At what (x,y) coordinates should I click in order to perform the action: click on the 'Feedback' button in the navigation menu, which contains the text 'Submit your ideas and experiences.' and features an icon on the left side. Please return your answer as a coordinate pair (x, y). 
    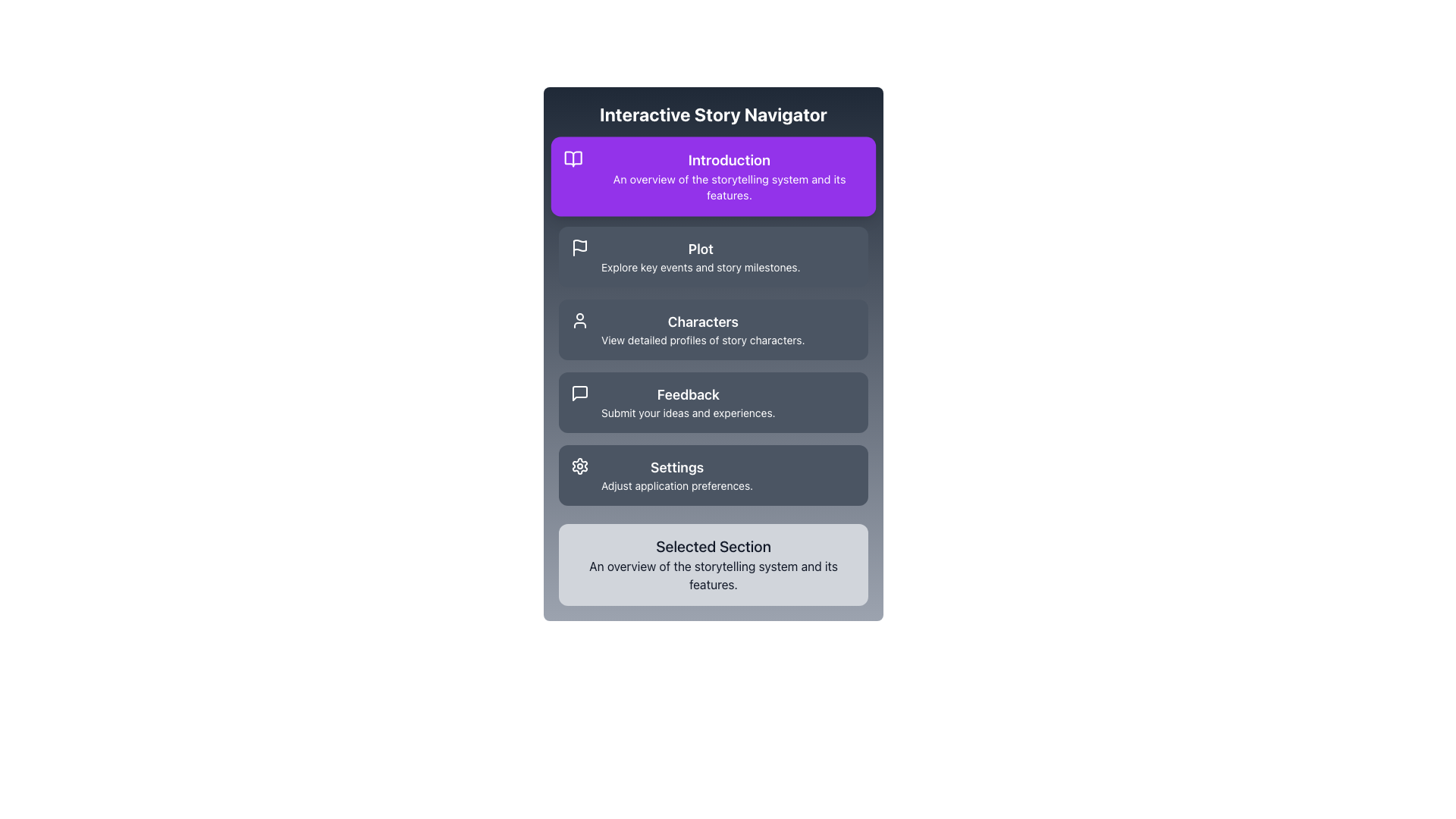
    Looking at the image, I should click on (585, 402).